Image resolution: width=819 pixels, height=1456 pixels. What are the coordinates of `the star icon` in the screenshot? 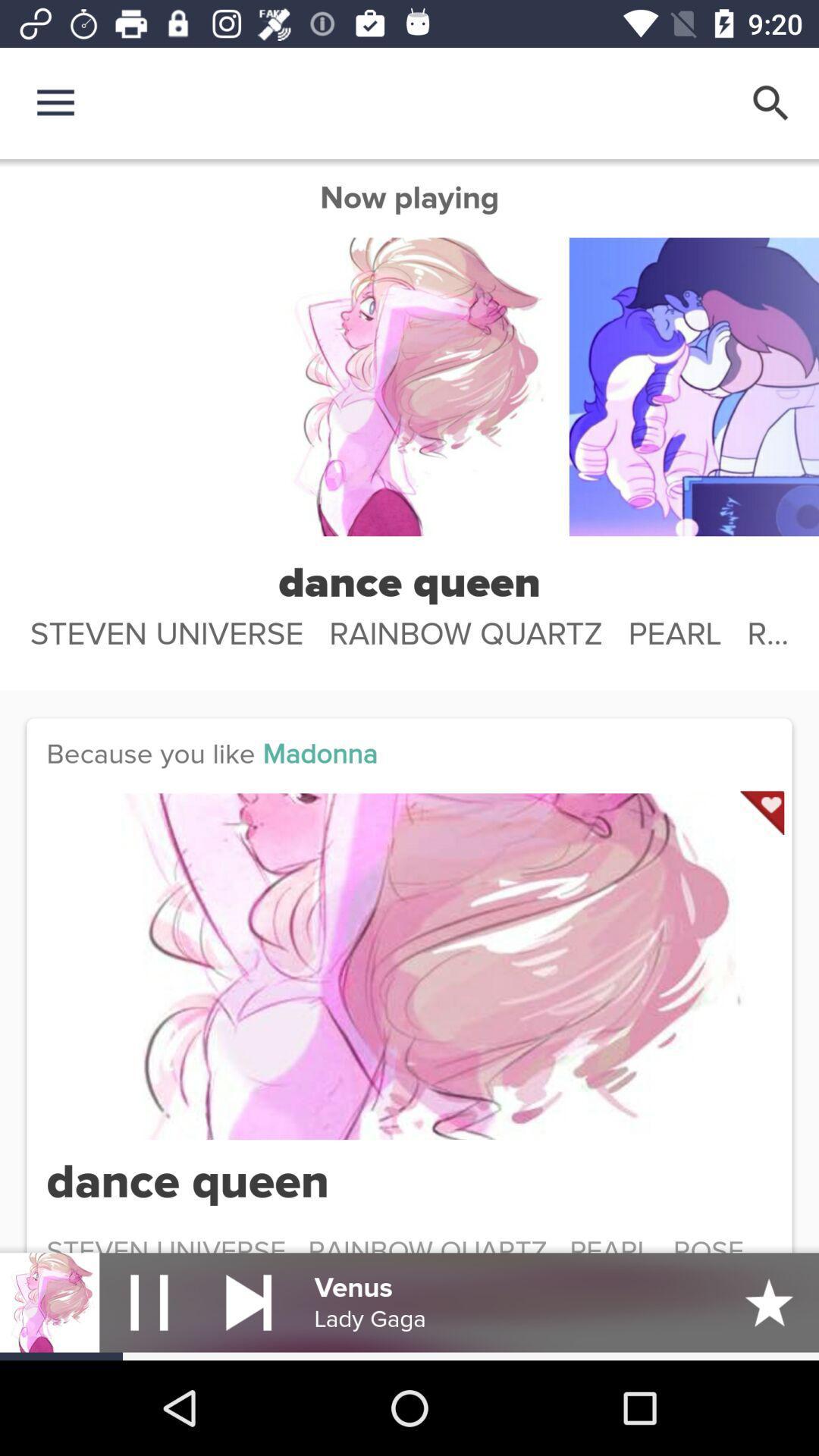 It's located at (769, 1301).